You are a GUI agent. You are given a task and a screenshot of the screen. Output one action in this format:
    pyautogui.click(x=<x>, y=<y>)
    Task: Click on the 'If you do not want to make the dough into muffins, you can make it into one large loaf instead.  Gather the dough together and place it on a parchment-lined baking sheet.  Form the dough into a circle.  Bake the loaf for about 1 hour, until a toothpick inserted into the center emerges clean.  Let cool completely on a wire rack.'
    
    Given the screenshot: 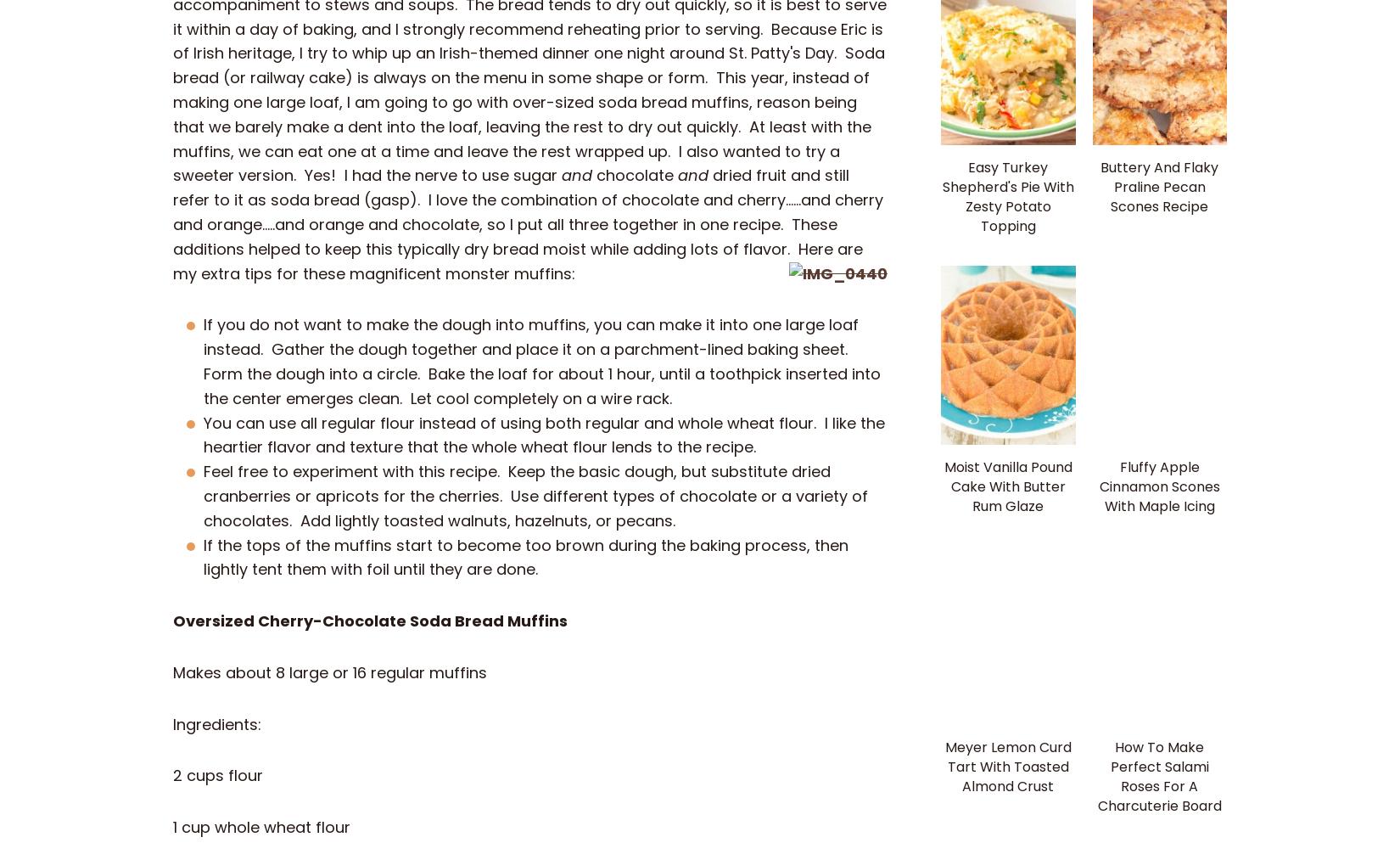 What is the action you would take?
    pyautogui.click(x=541, y=360)
    